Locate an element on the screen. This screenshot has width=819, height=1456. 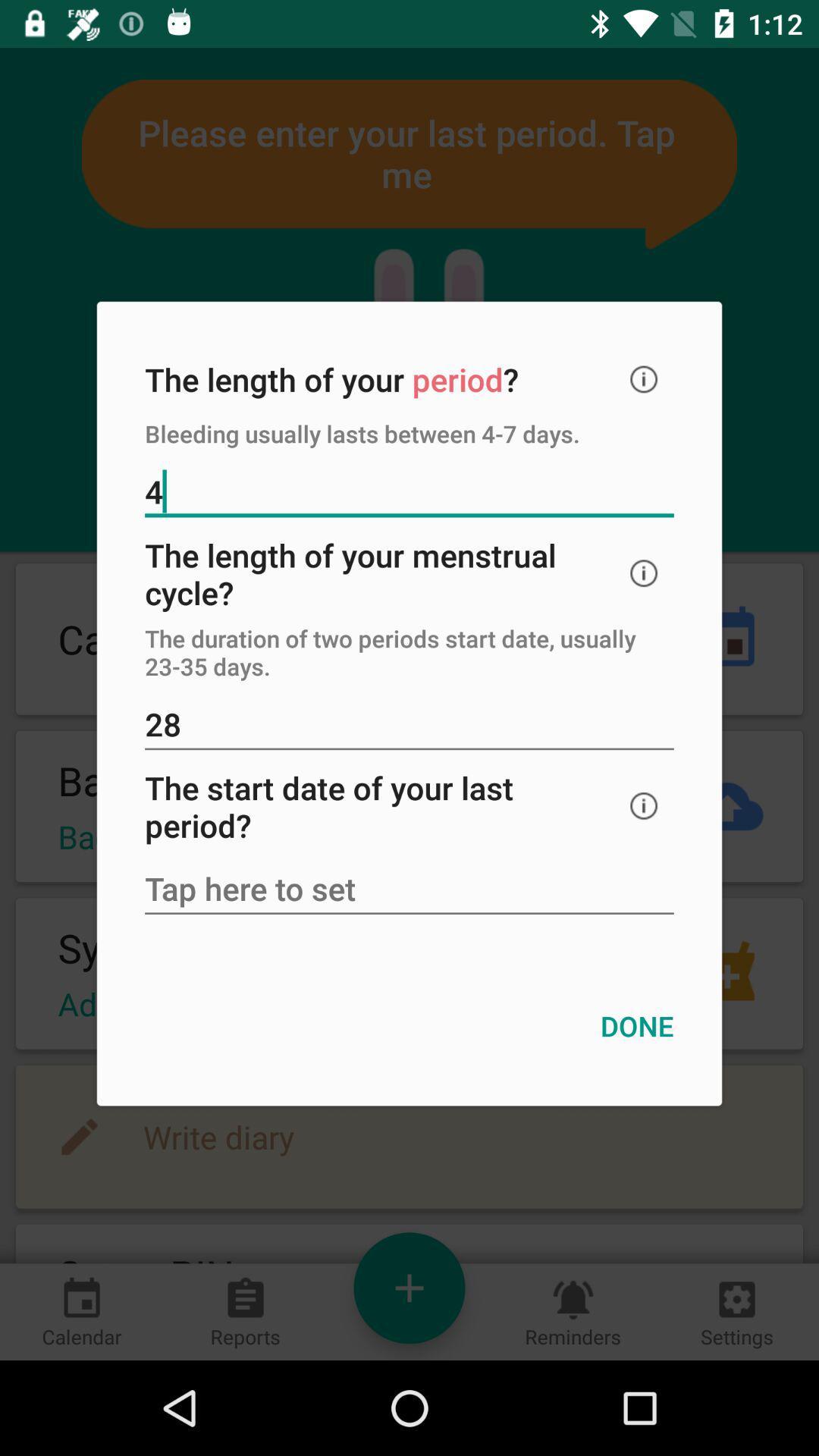
show more information is located at coordinates (644, 573).